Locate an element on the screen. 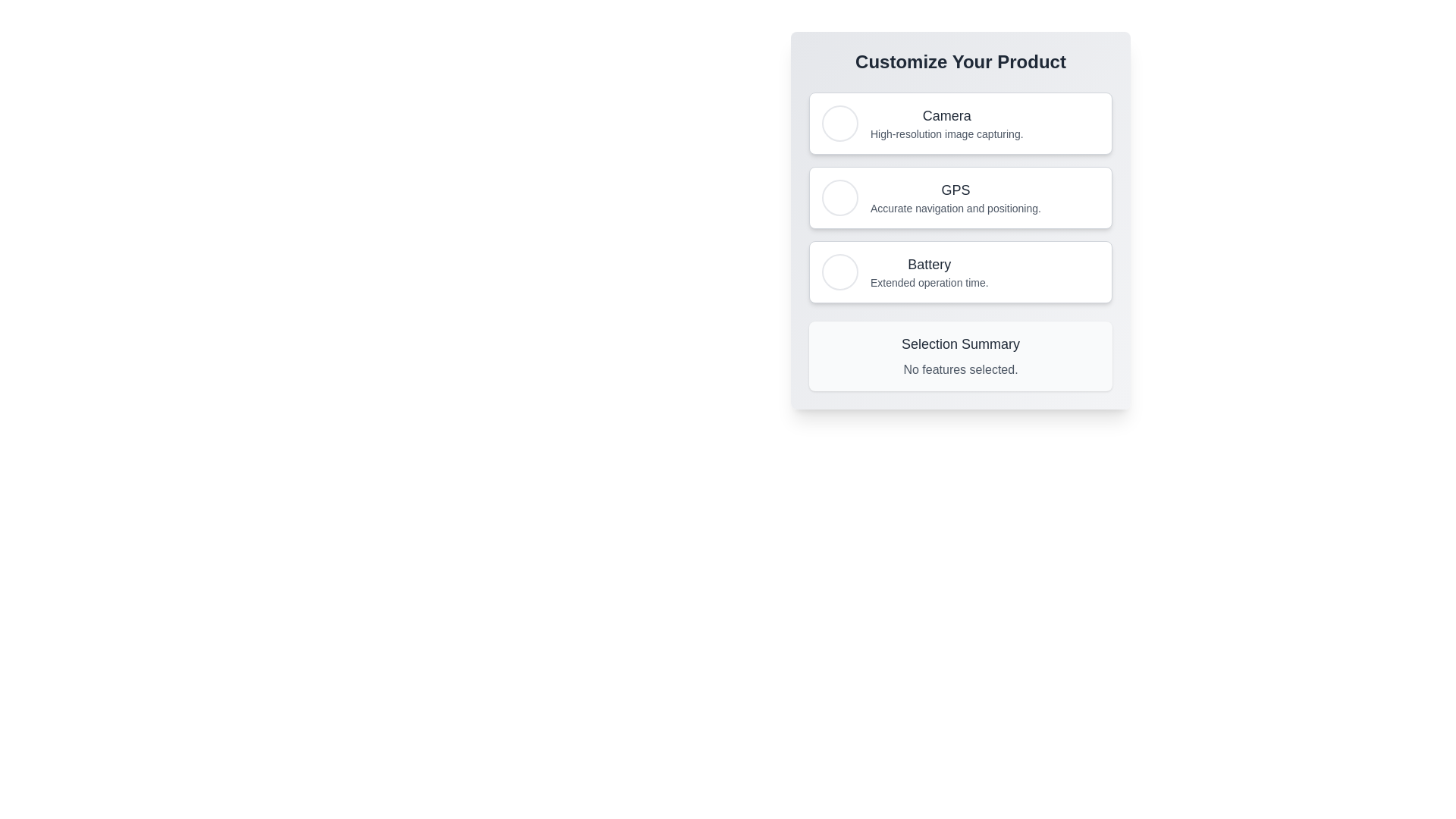 The image size is (1456, 819). the text label positioned at the top of the 'Customize Your Product' feature card, adjacent to the description 'High-resolution image capturing', and to the left of the circular checkbox is located at coordinates (946, 115).